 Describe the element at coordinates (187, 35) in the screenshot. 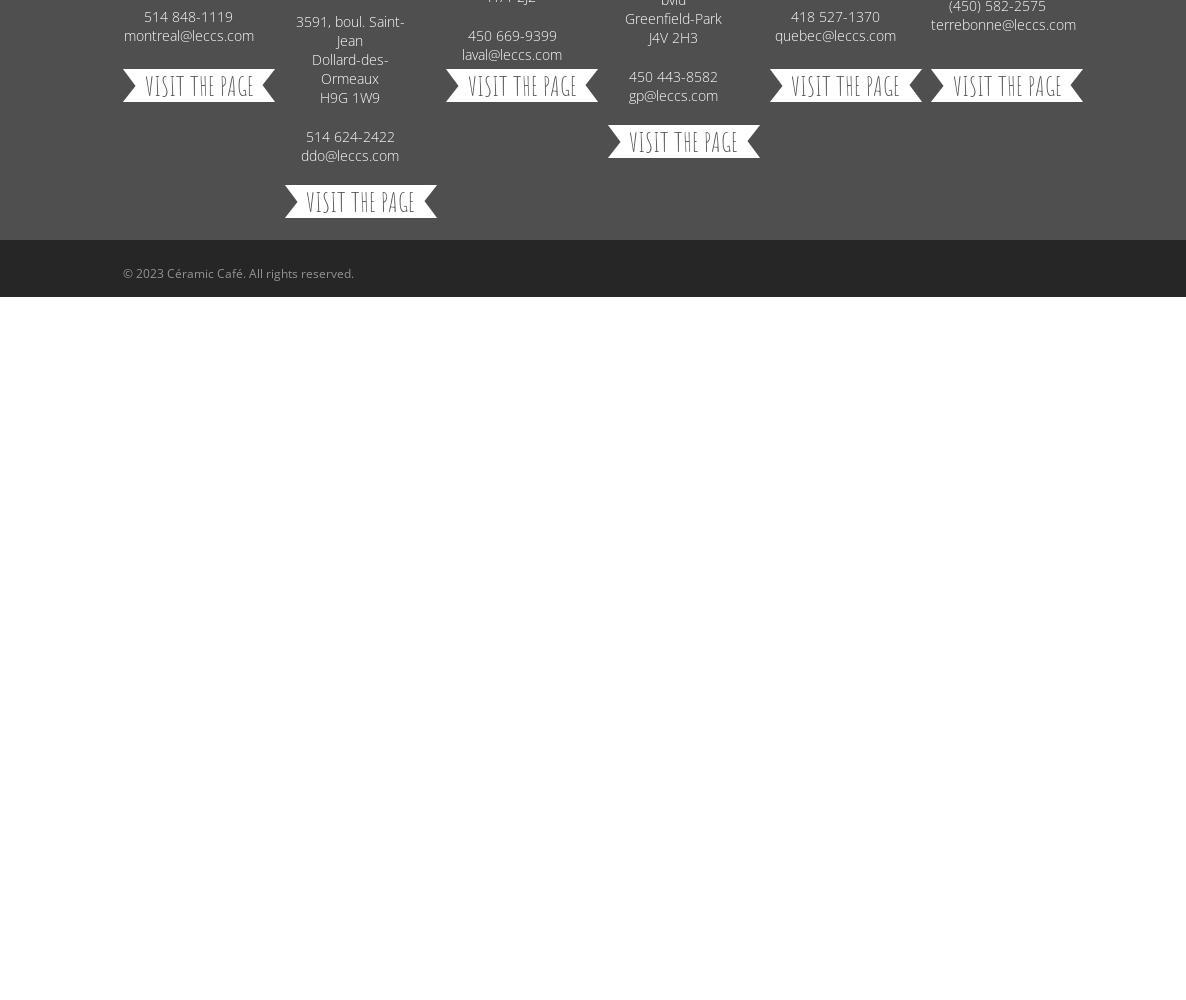

I see `'montreal@leccs.com'` at that location.